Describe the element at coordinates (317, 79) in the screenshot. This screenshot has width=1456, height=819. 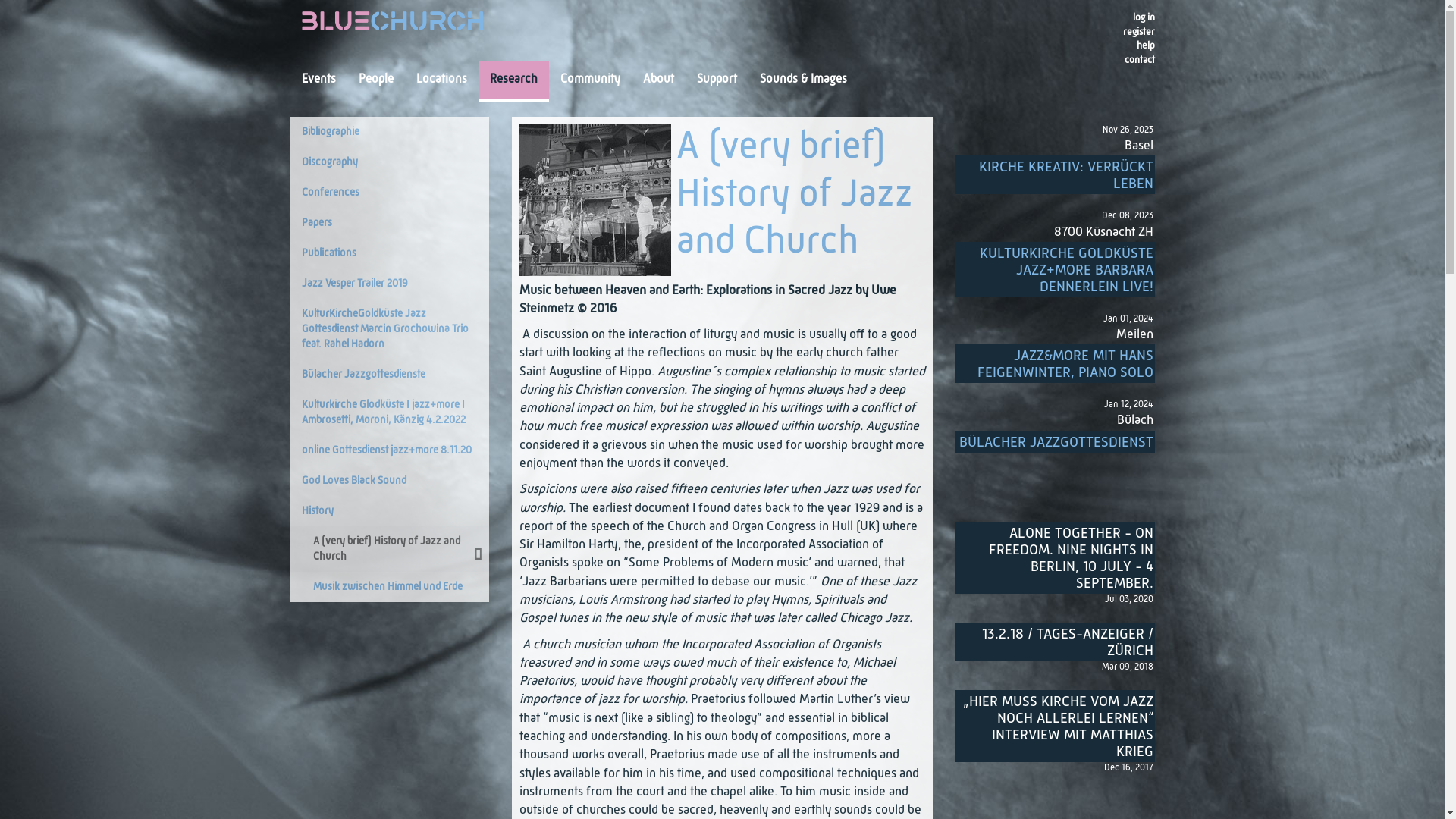
I see `'Events'` at that location.